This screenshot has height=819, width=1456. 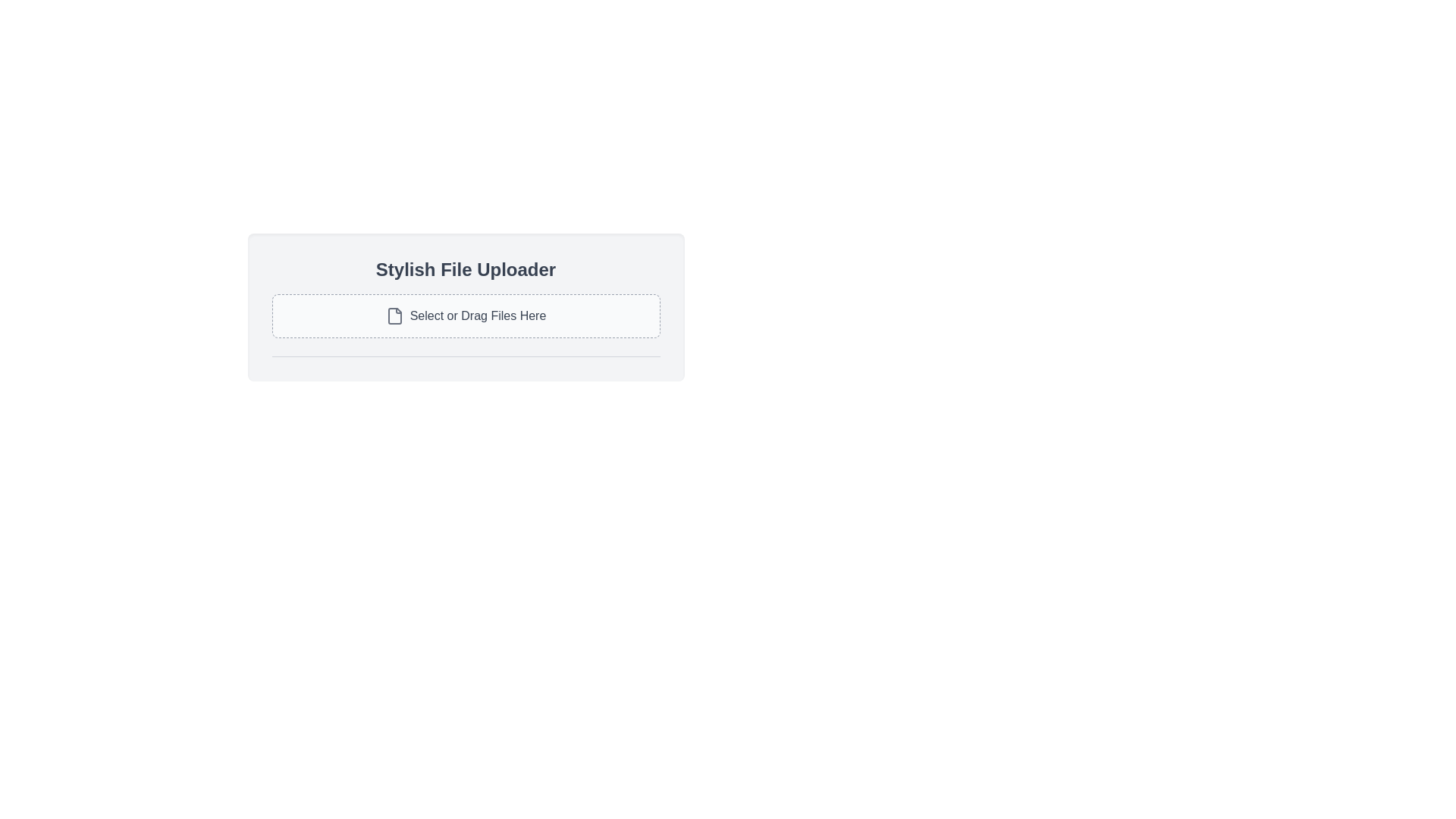 What do you see at coordinates (465, 315) in the screenshot?
I see `the interactive guidance area for file uploads, which provides textual guidance to users to either select files or drag them into the designated area` at bounding box center [465, 315].